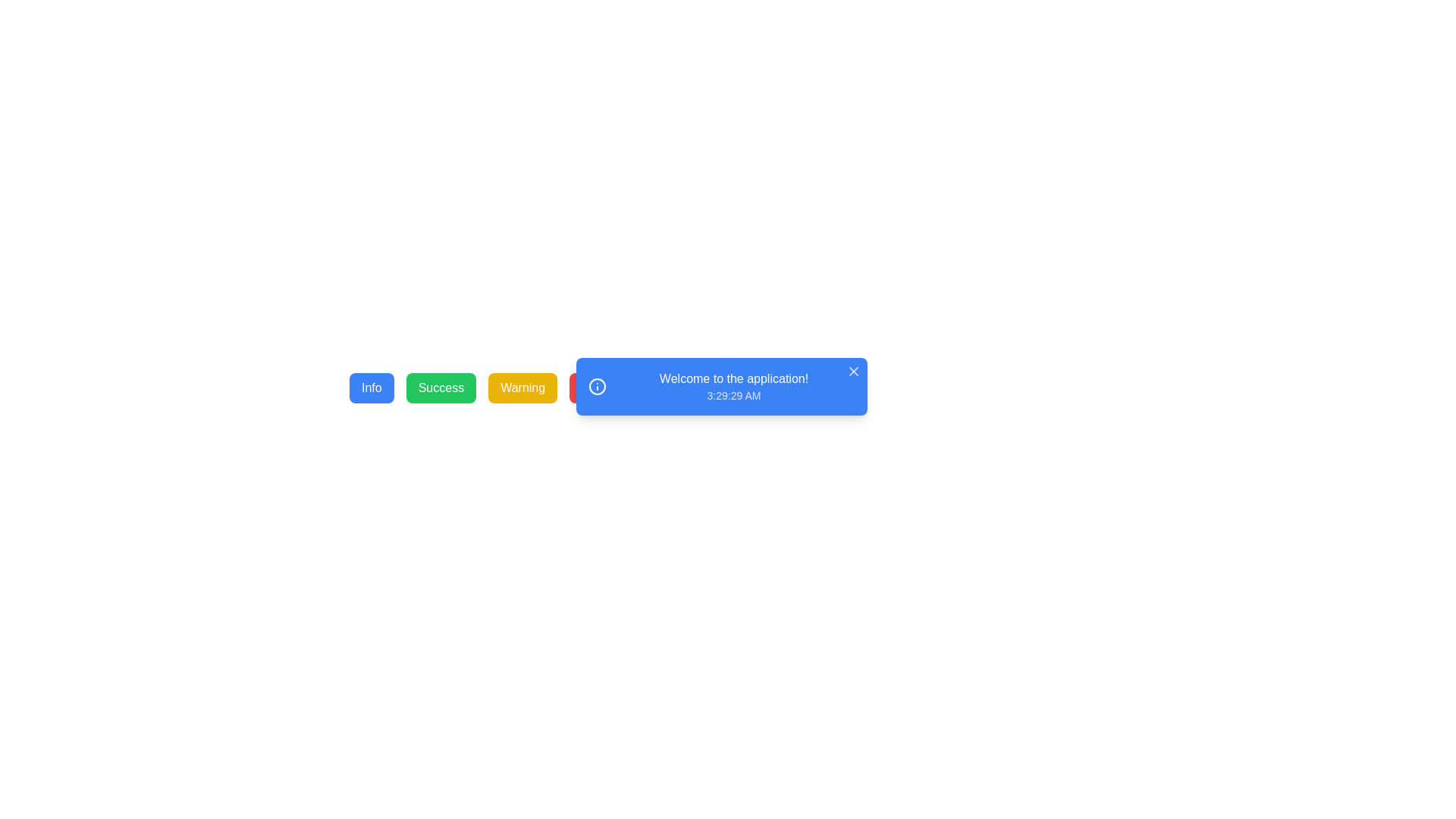  Describe the element at coordinates (440, 388) in the screenshot. I see `the rounded rectangular button with a green background labeled 'Success' to change its appearance, located between the 'Info' button and the 'Warning' button` at that location.